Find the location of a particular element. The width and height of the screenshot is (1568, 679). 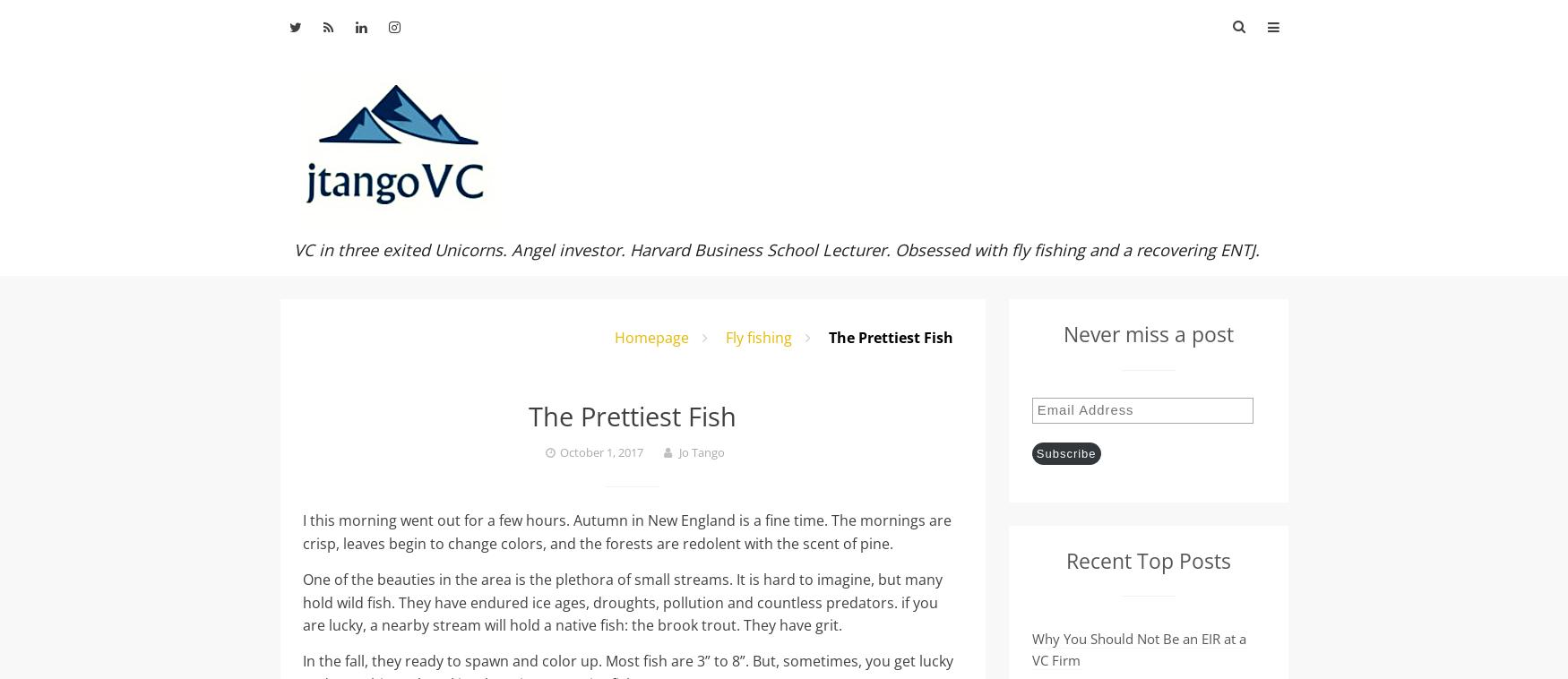

'Never miss a post' is located at coordinates (1147, 334).